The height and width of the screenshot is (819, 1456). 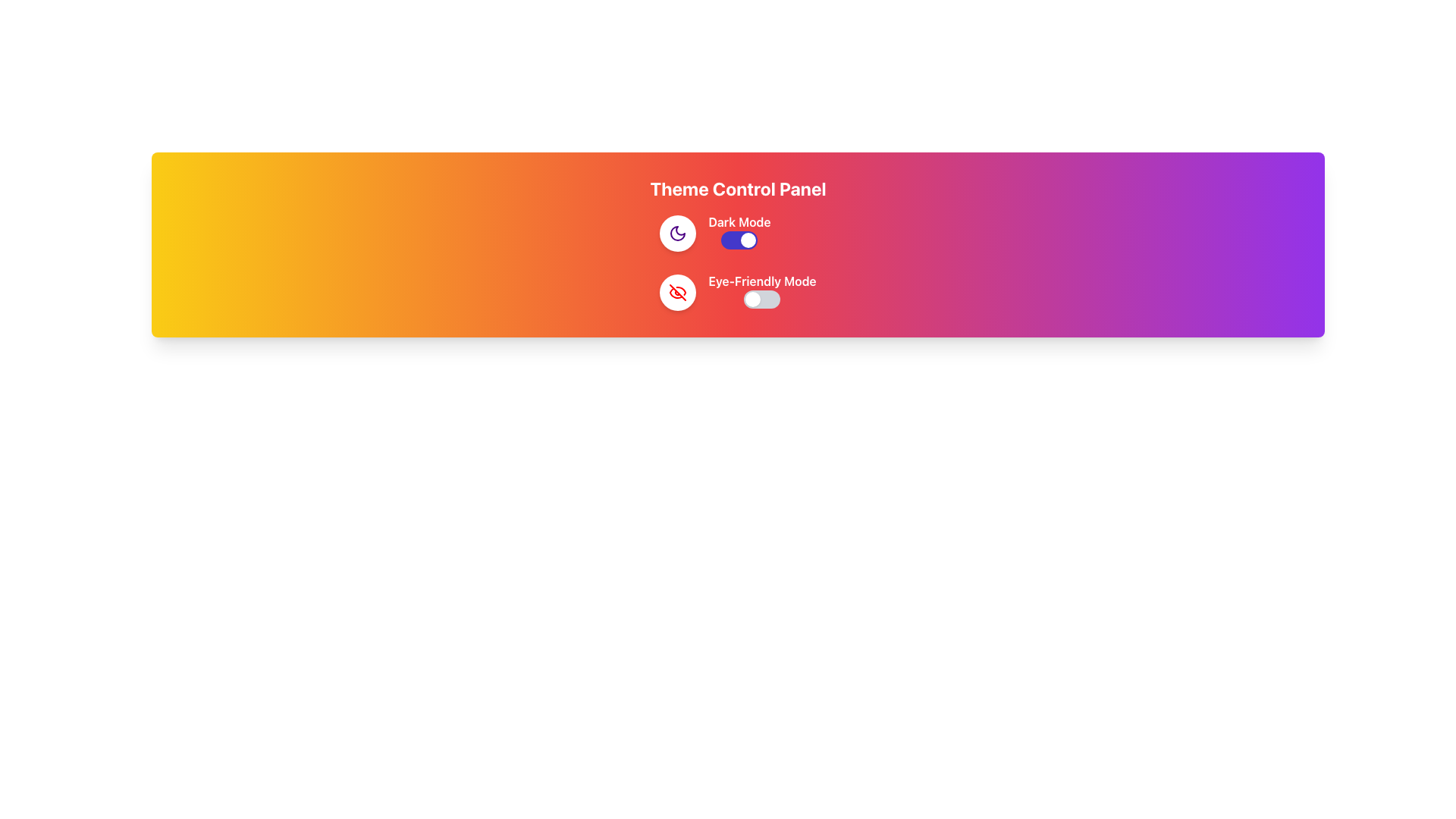 What do you see at coordinates (738, 262) in the screenshot?
I see `the toggle switch in the Grouped component for 'Dark Mode' or 'Eye-Friendly Mode'` at bounding box center [738, 262].